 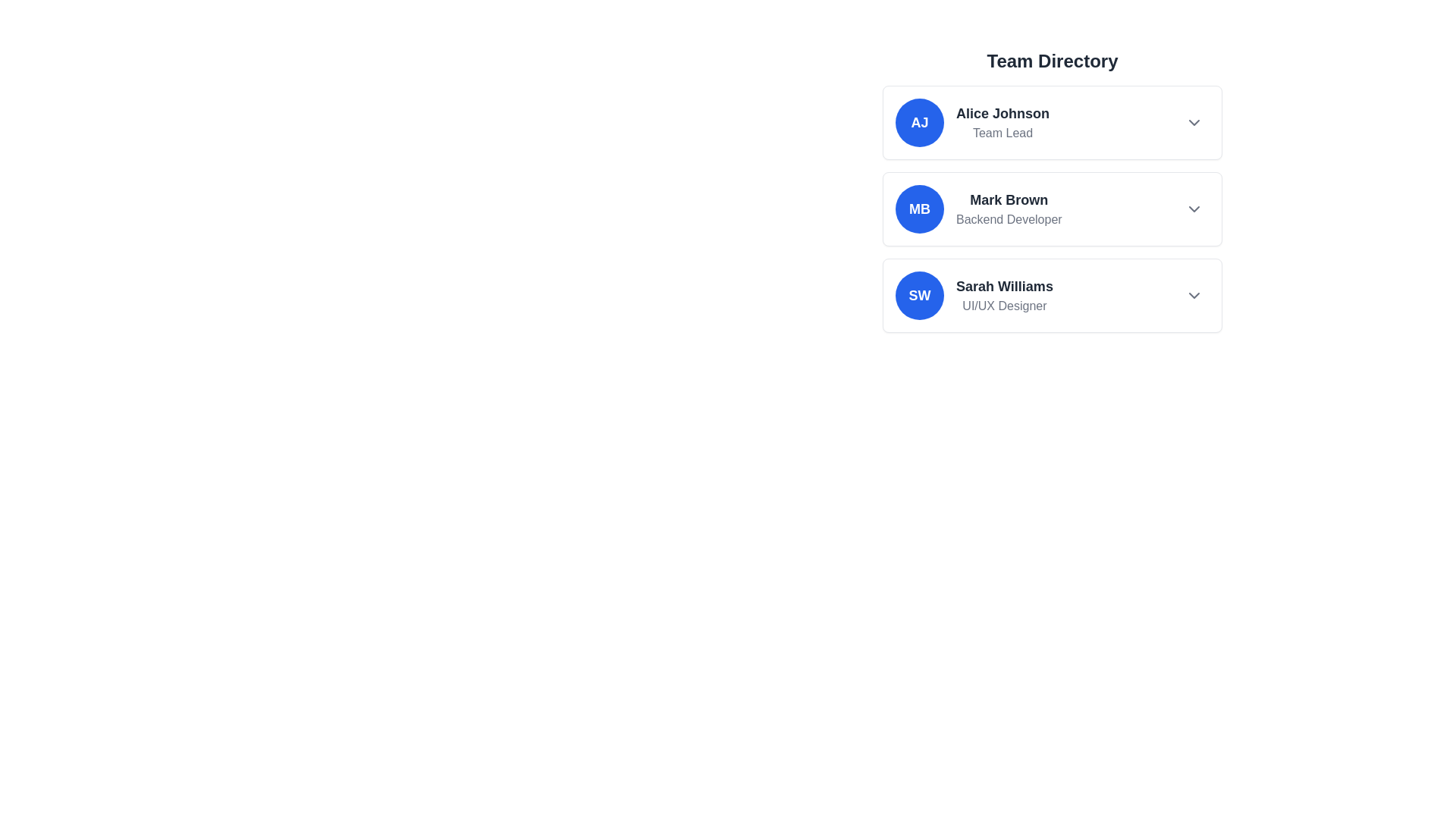 I want to click on the Profile identifier badge for 'Mark Brown, Backend Developer' located in the 'Team Directory' section, which is the leftmost component of its horizontal group, so click(x=919, y=209).